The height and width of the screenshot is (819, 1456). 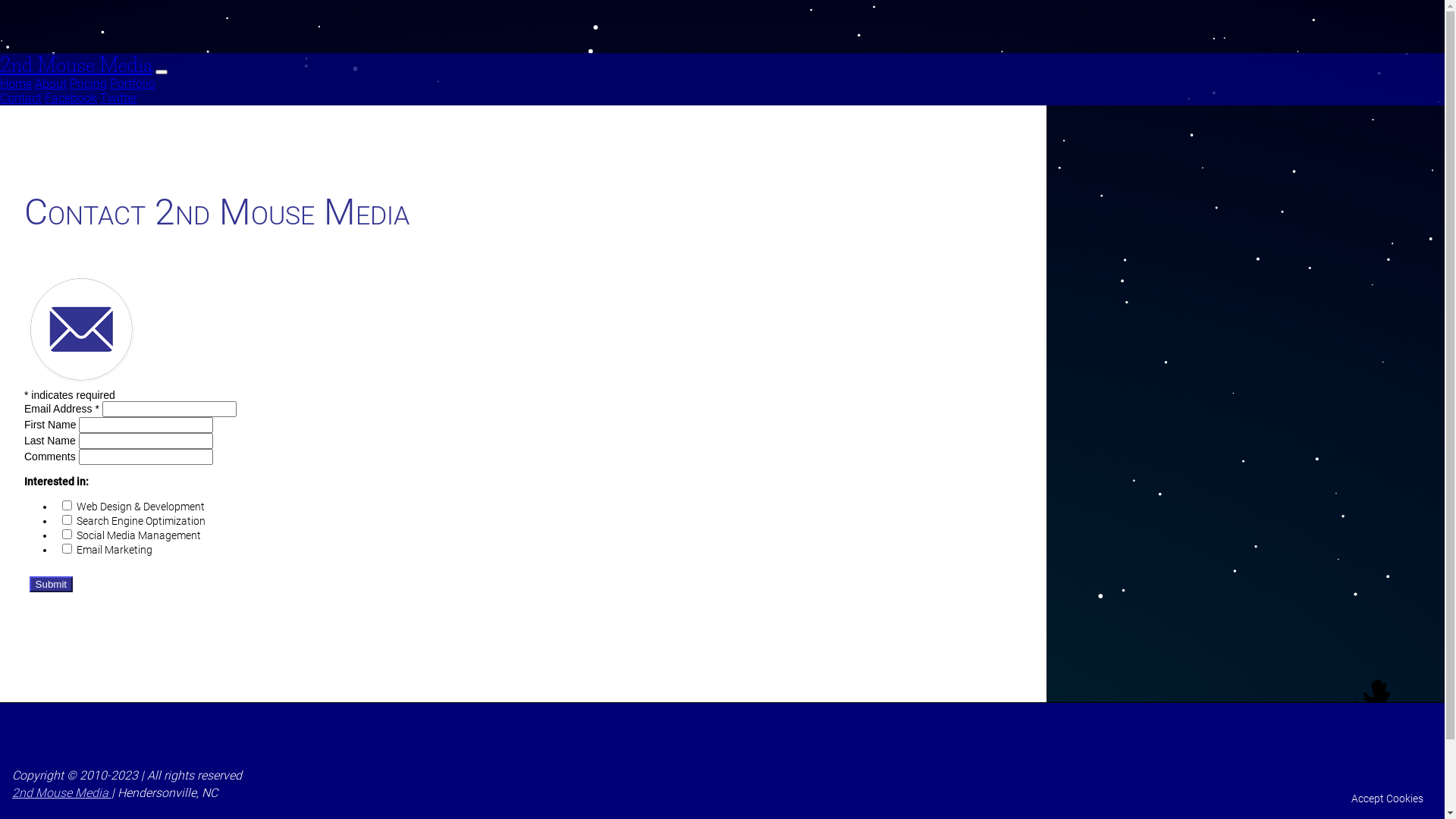 What do you see at coordinates (35, 83) in the screenshot?
I see `'About'` at bounding box center [35, 83].